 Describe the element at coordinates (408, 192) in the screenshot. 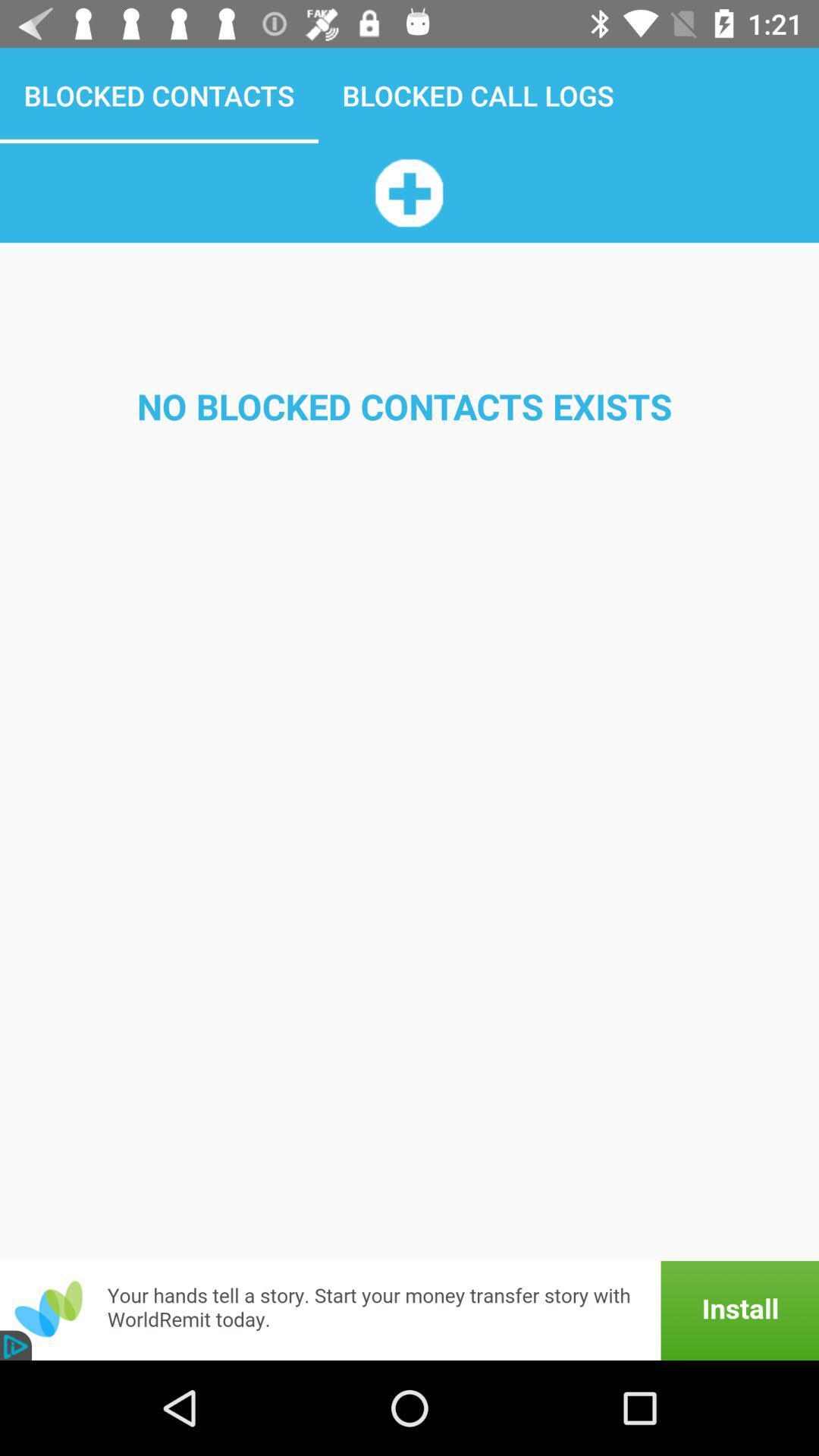

I see `a blocked contact` at that location.